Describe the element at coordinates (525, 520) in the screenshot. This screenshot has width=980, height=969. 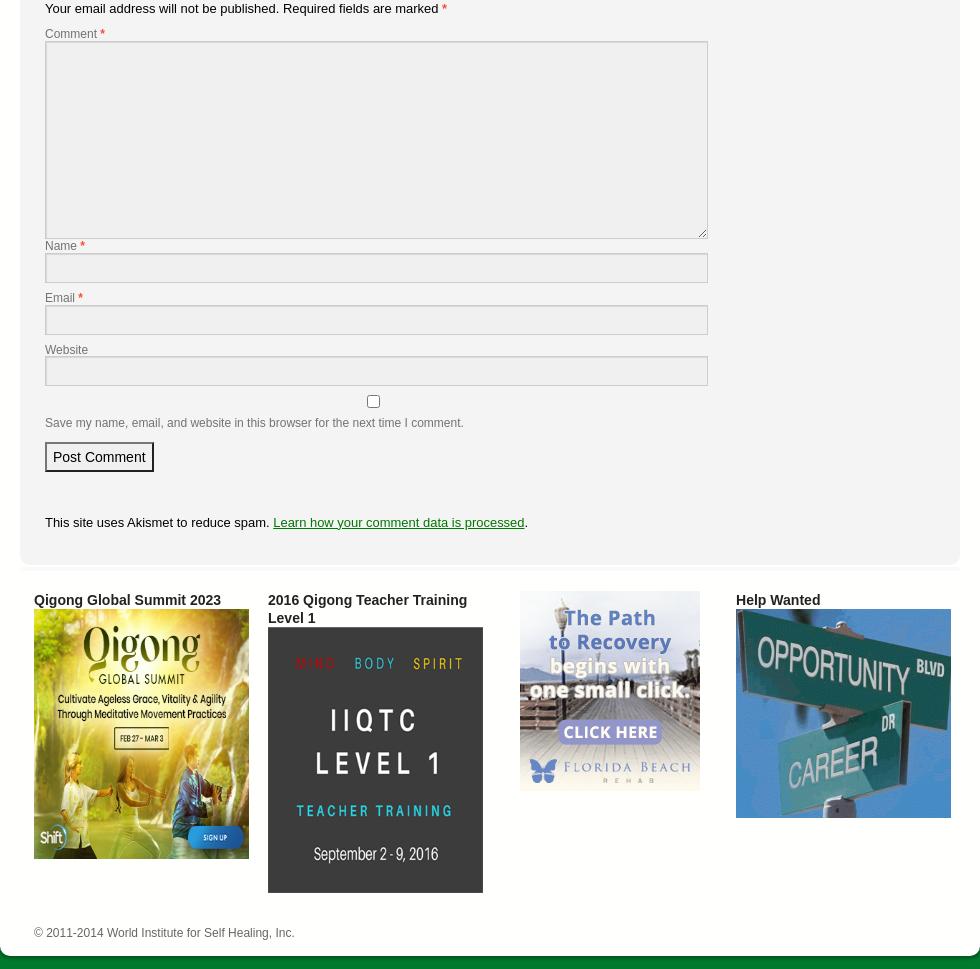
I see `'.'` at that location.